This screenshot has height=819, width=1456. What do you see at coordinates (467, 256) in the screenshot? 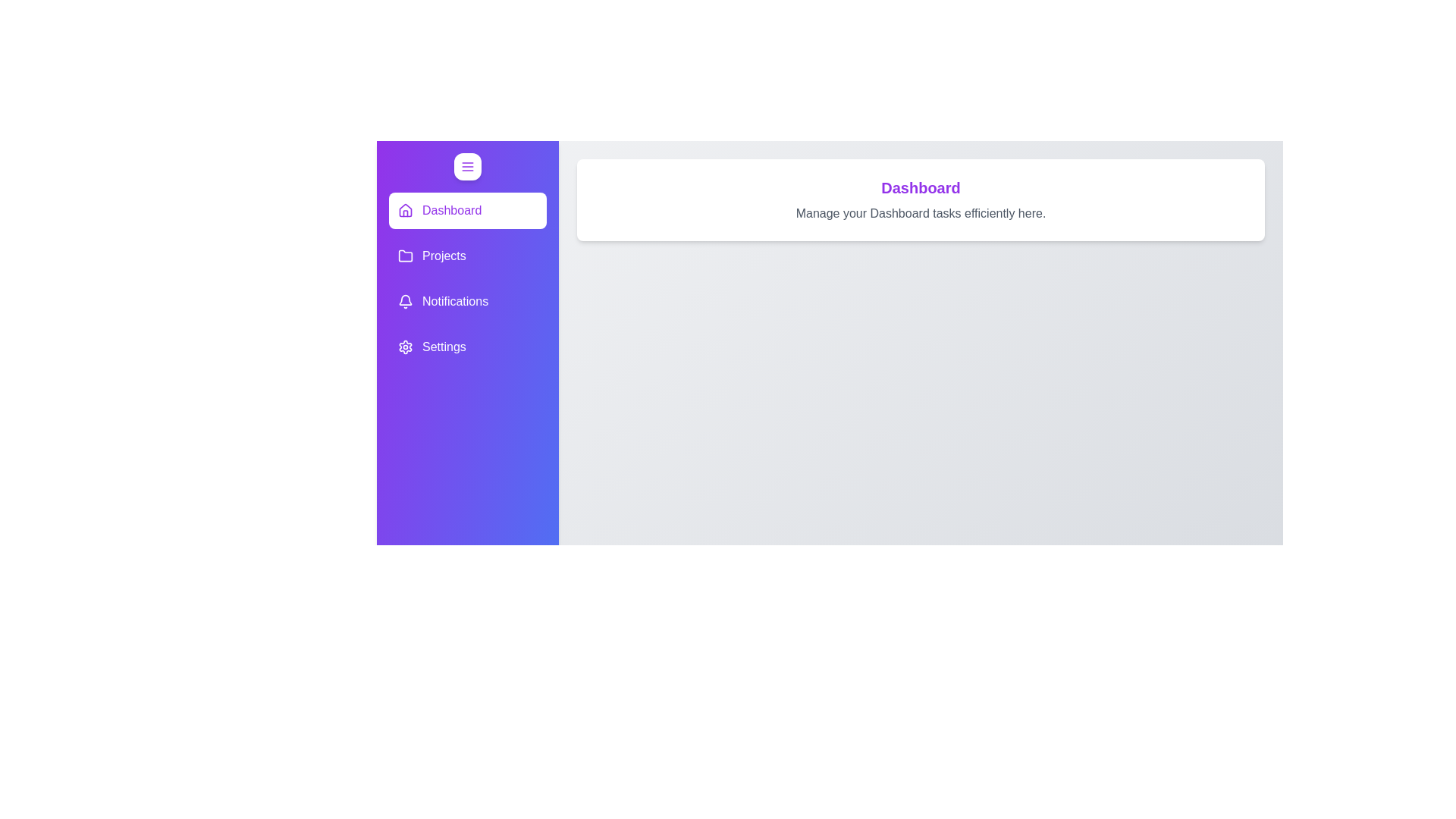
I see `the Projects tab to select it` at bounding box center [467, 256].